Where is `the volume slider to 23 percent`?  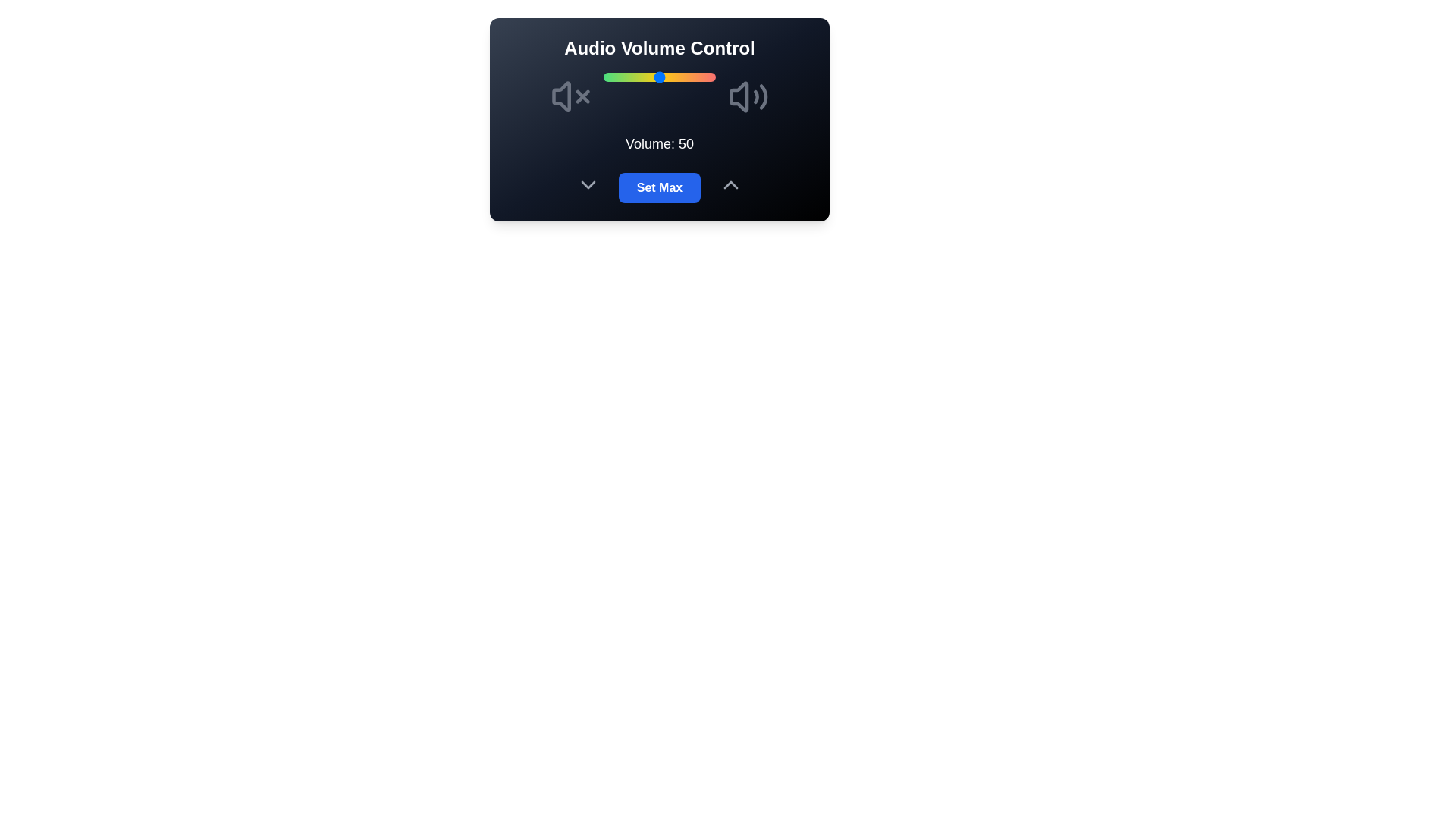
the volume slider to 23 percent is located at coordinates (629, 77).